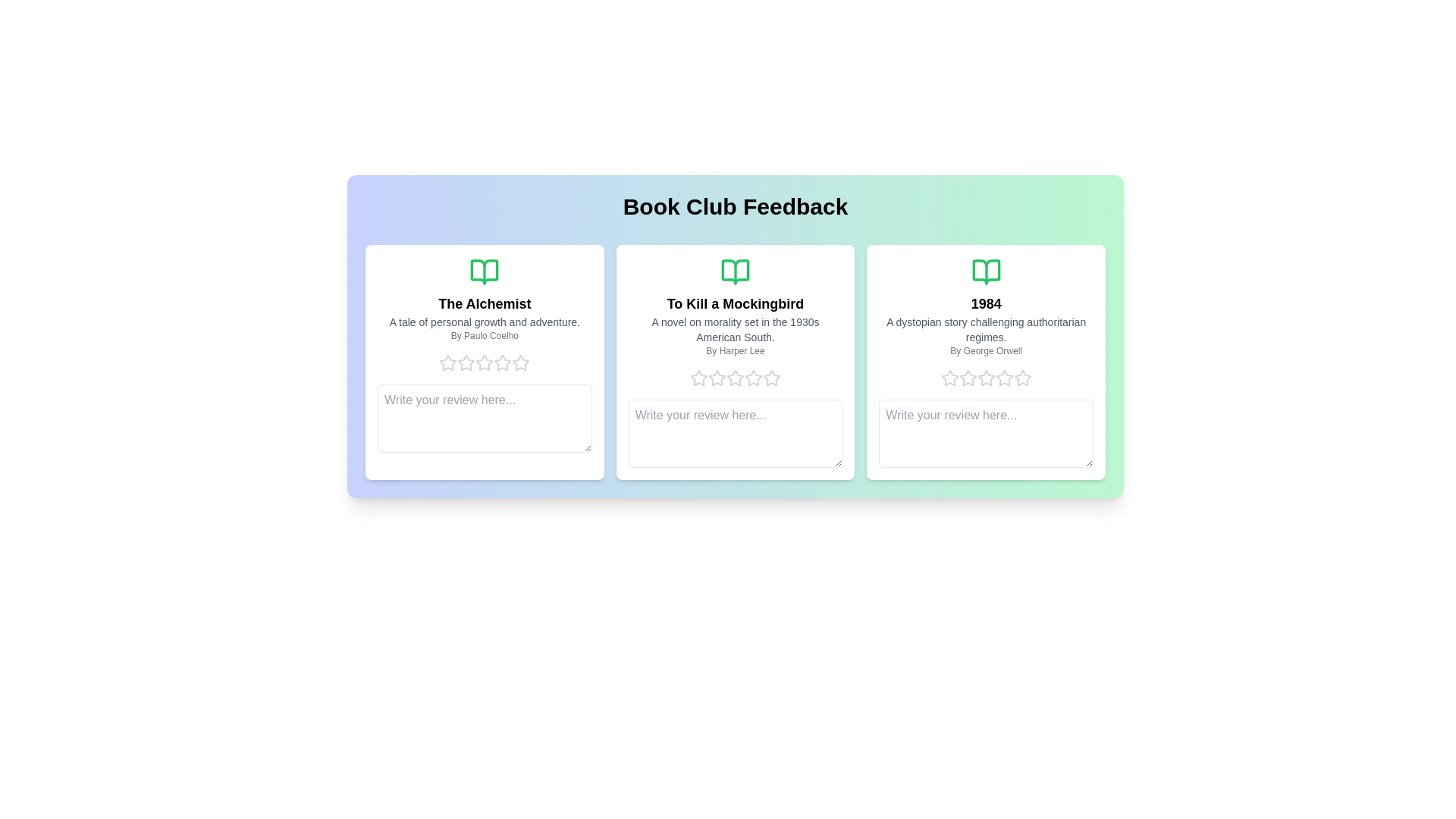  Describe the element at coordinates (484, 271) in the screenshot. I see `the static graphic icon representing a book located at the top-center of the first card above the title 'The Alchemist'` at that location.